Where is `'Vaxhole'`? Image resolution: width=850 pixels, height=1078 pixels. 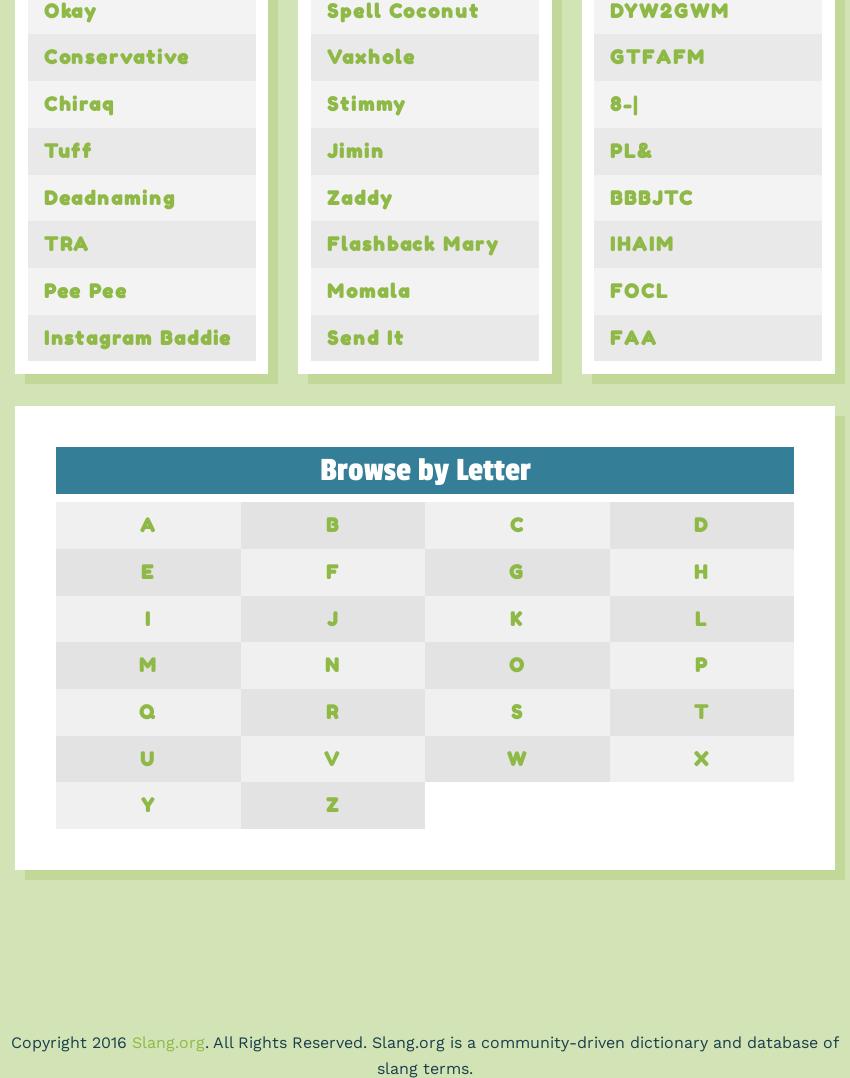
'Vaxhole' is located at coordinates (369, 57).